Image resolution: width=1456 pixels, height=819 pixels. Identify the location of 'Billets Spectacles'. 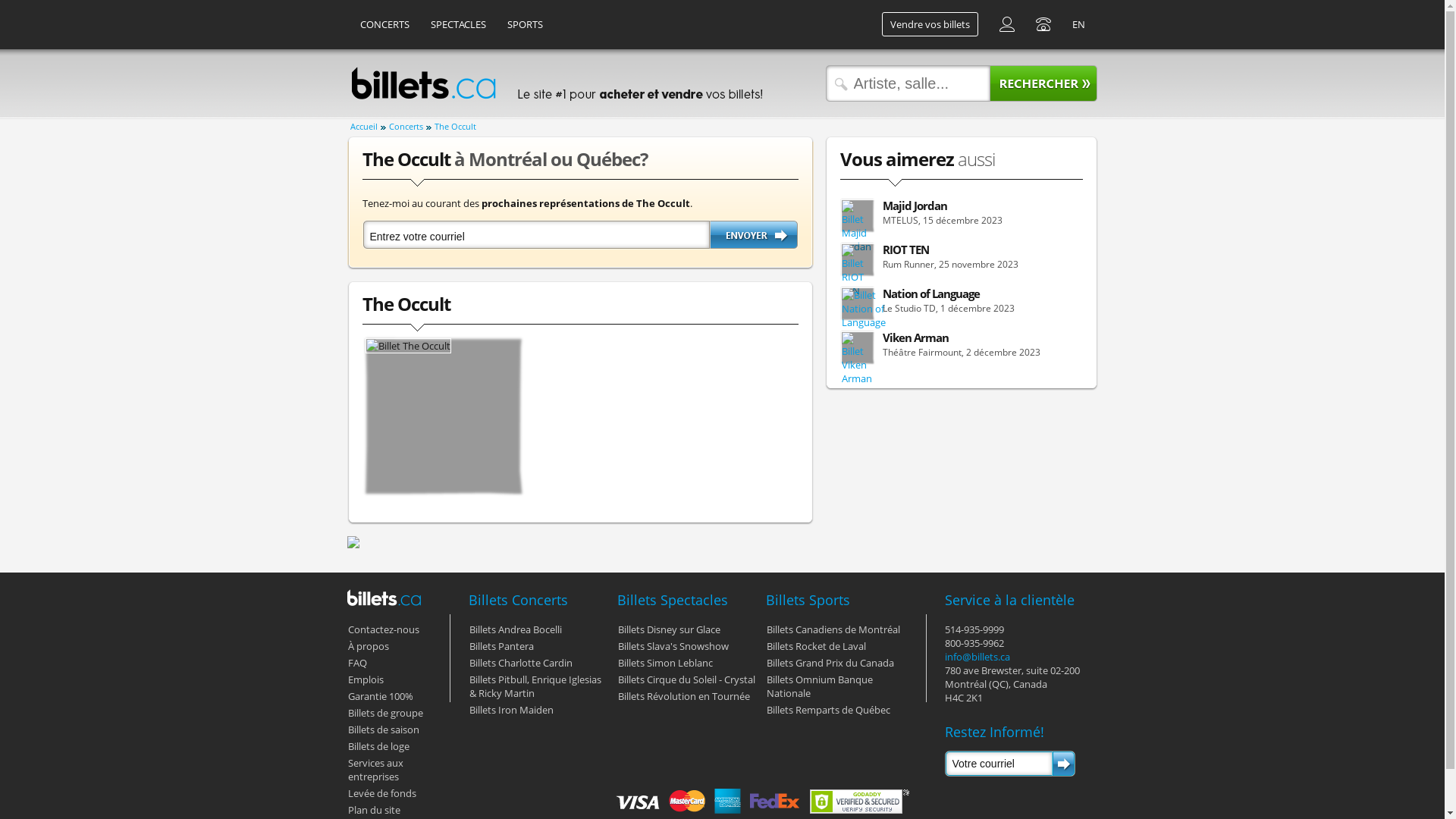
(672, 598).